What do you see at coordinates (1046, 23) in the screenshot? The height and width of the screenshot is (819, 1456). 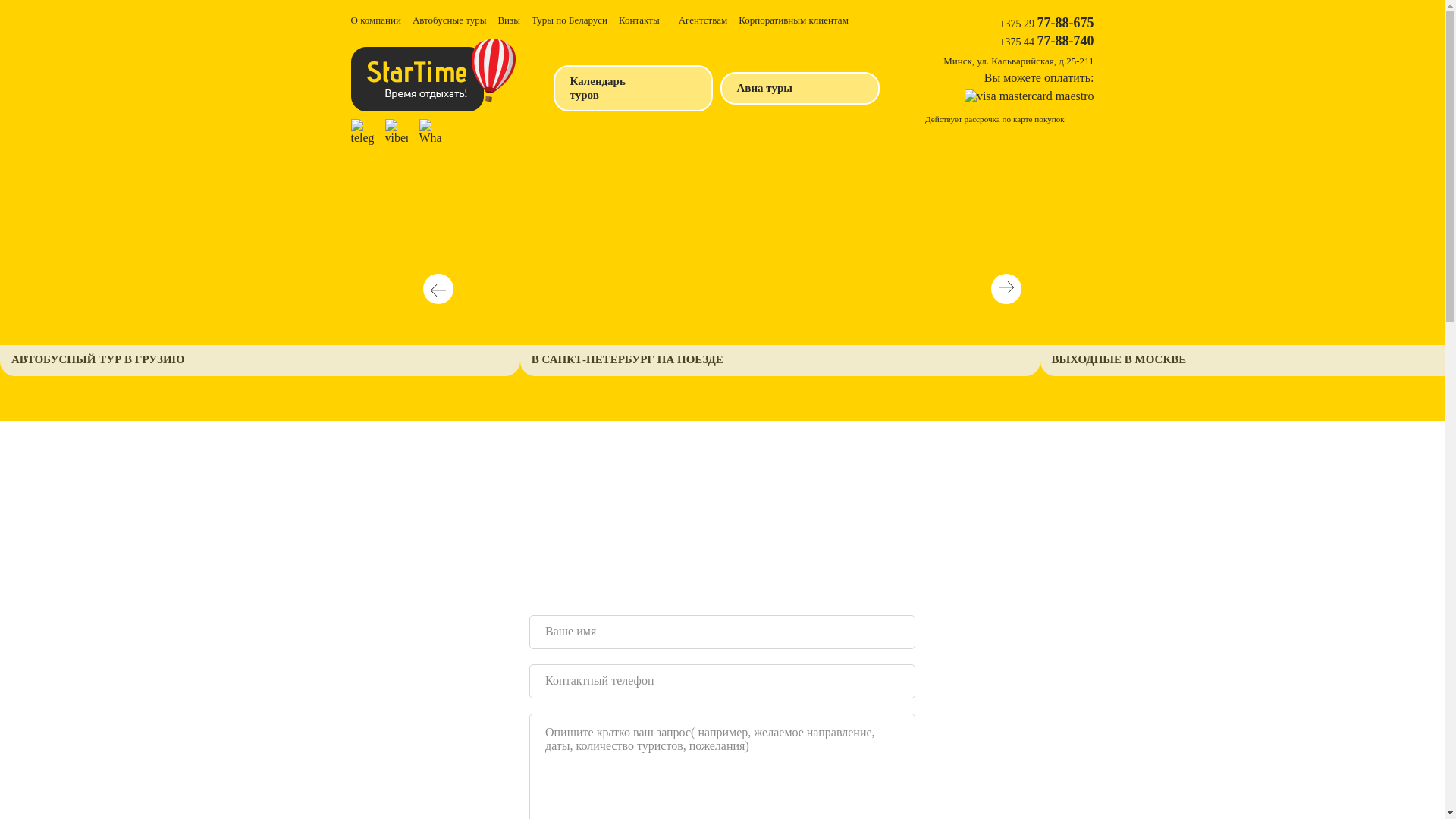 I see `'+375 29 77-88-675'` at bounding box center [1046, 23].